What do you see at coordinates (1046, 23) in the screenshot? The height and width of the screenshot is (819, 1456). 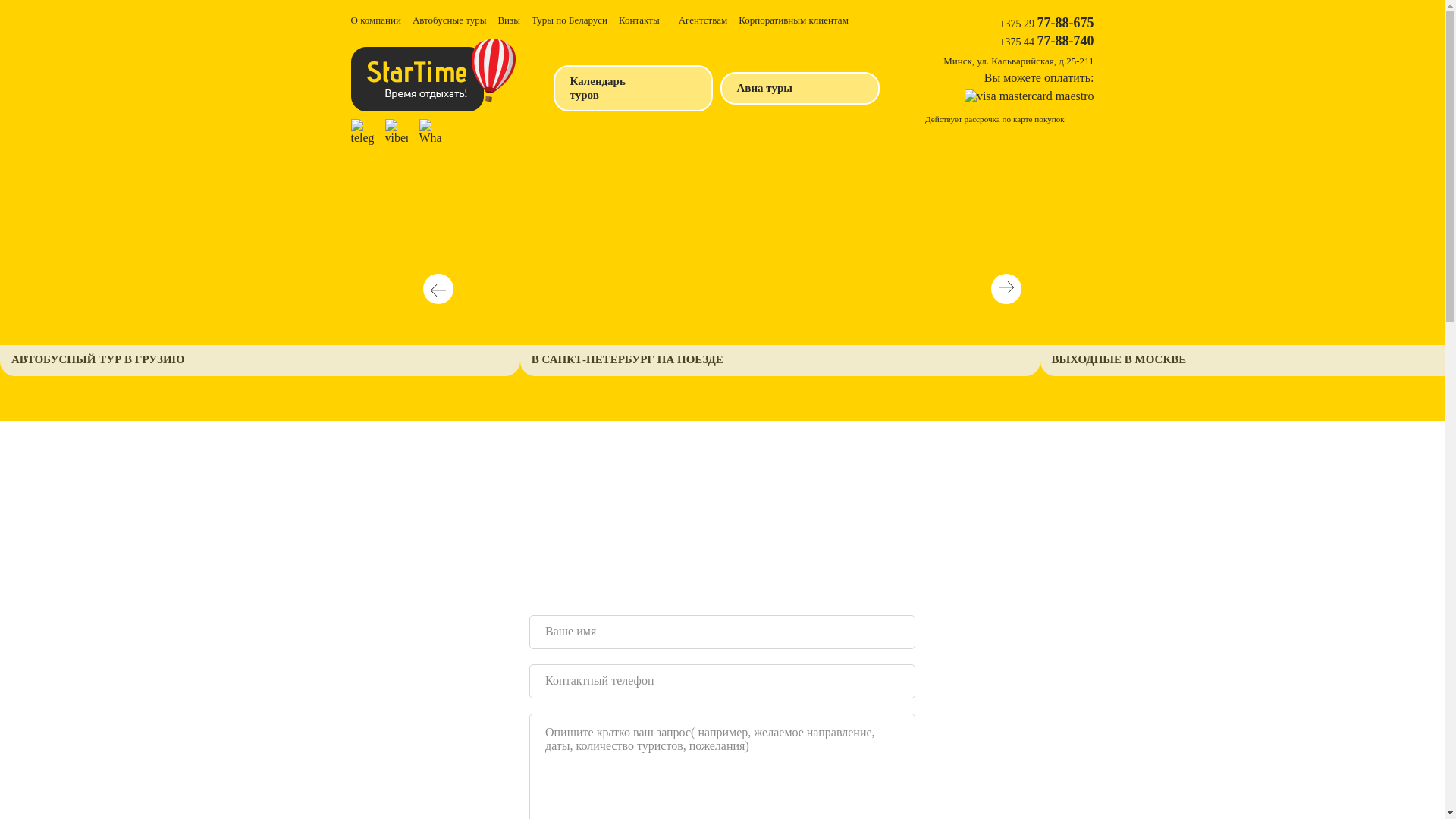 I see `'+375 29 77-88-675'` at bounding box center [1046, 23].